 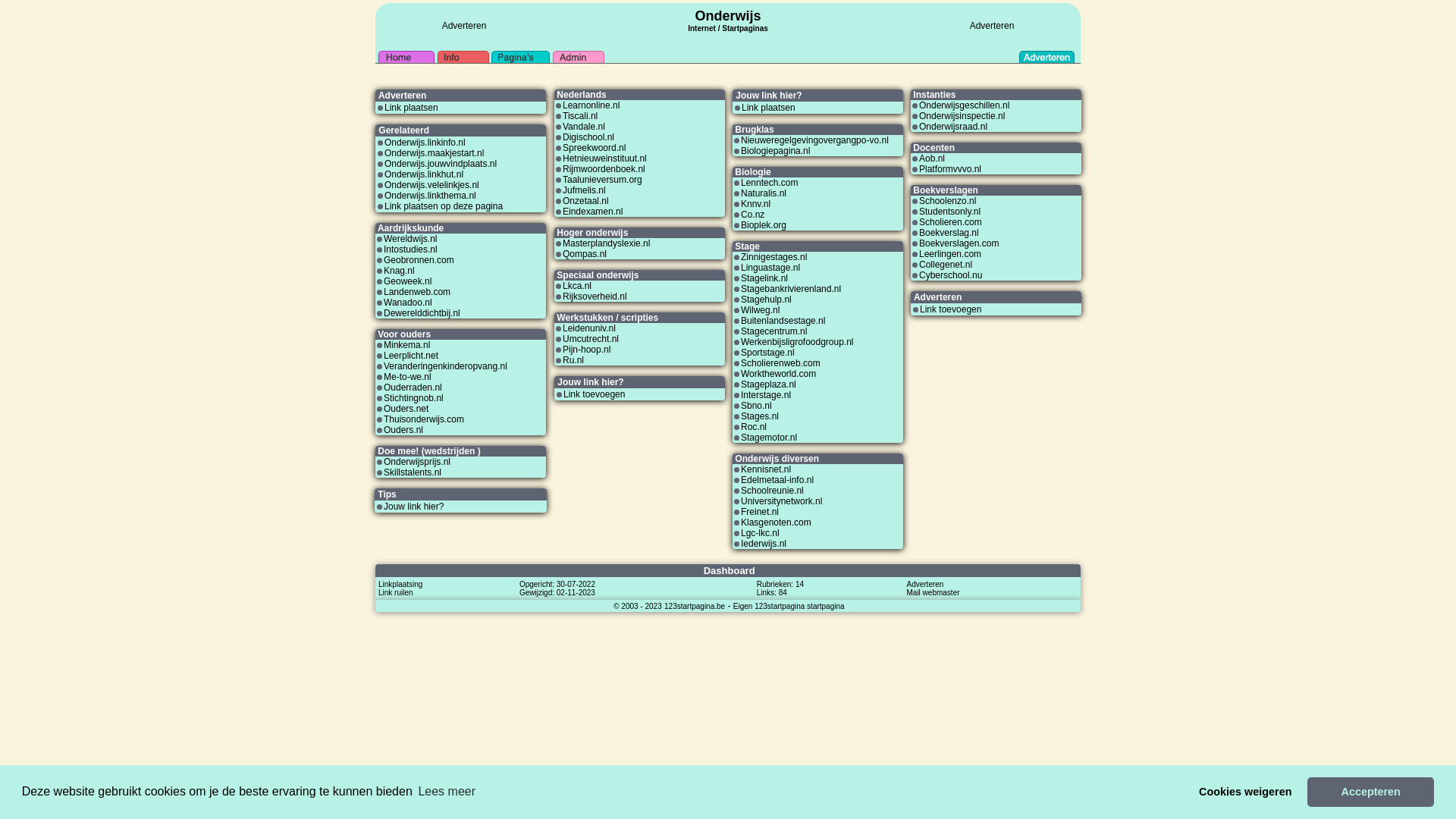 I want to click on 'Ouders.nl', so click(x=403, y=430).